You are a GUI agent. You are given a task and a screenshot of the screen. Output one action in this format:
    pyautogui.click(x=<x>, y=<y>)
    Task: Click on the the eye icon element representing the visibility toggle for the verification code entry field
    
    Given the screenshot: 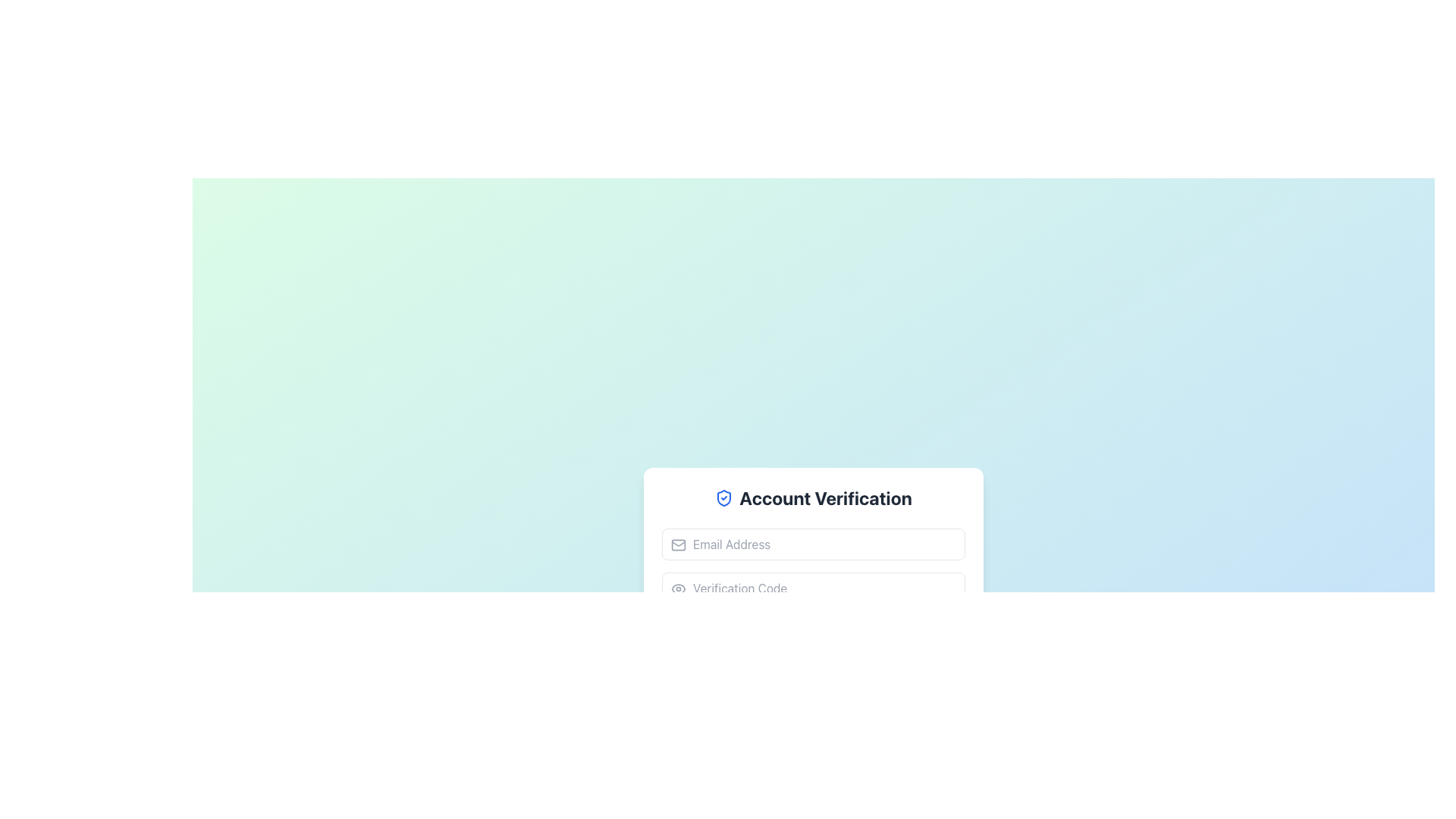 What is the action you would take?
    pyautogui.click(x=677, y=588)
    